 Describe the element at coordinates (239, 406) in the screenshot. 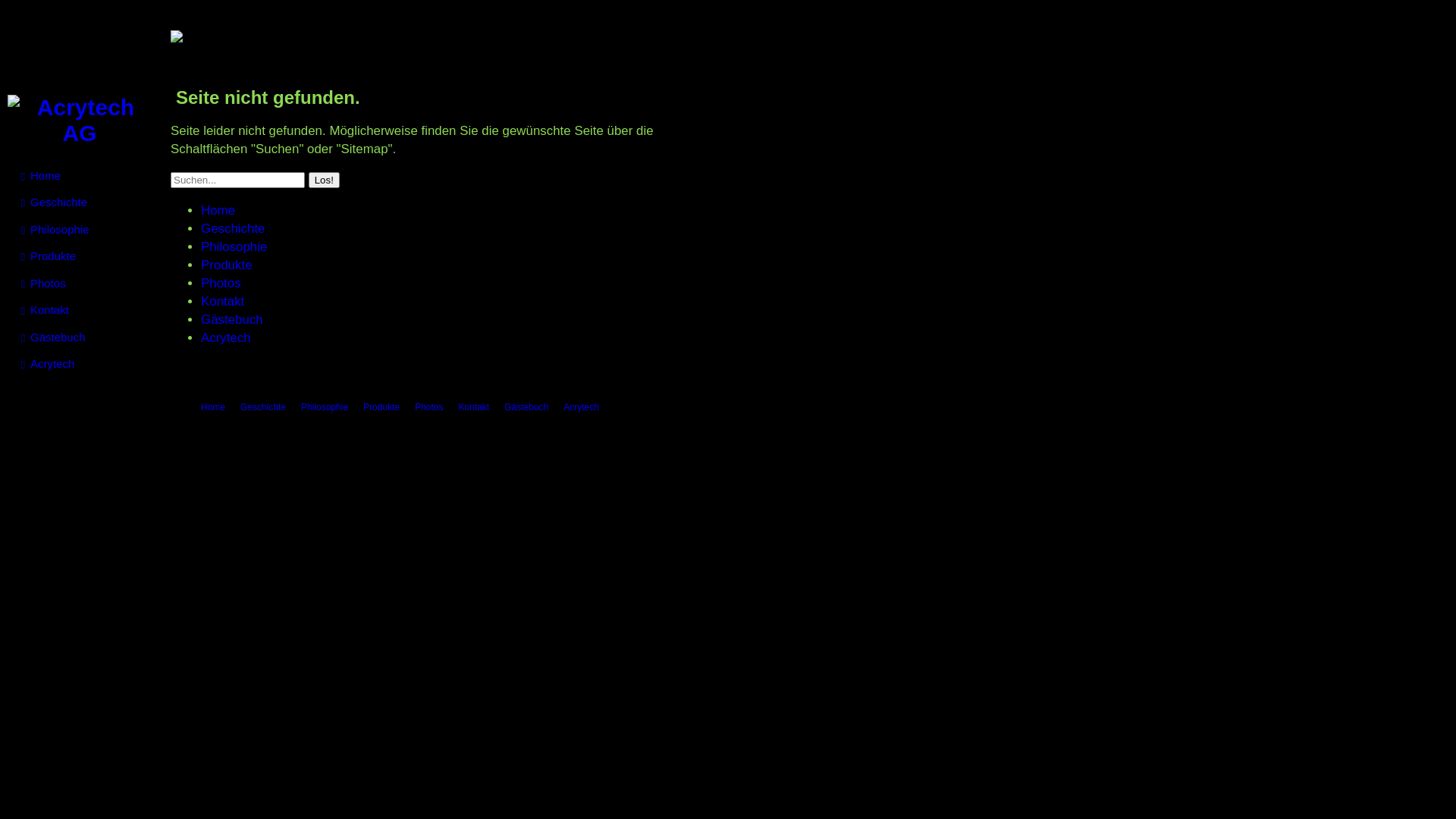

I see `'Geschichte'` at that location.